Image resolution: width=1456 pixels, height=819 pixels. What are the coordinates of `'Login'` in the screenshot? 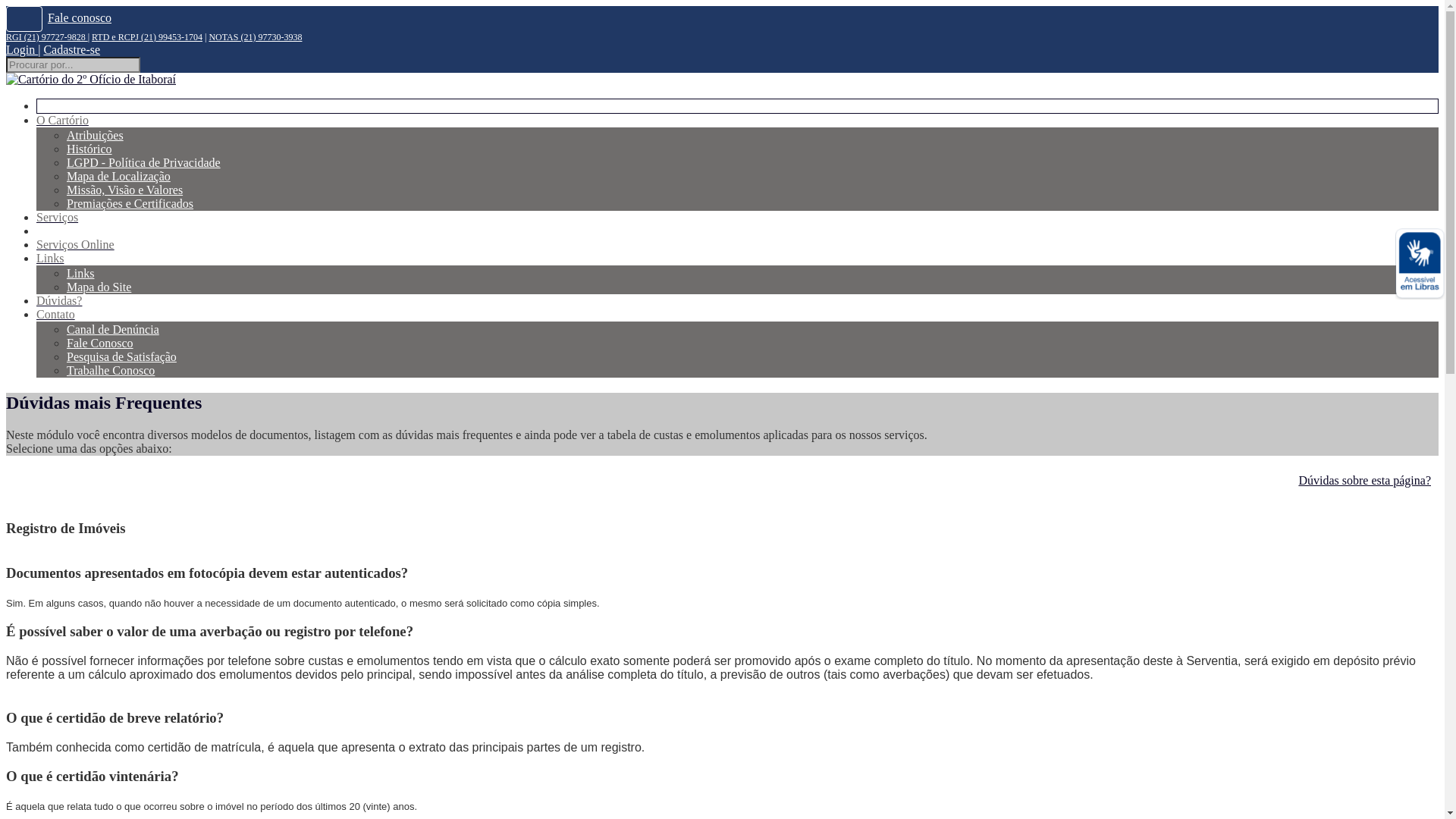 It's located at (21, 49).